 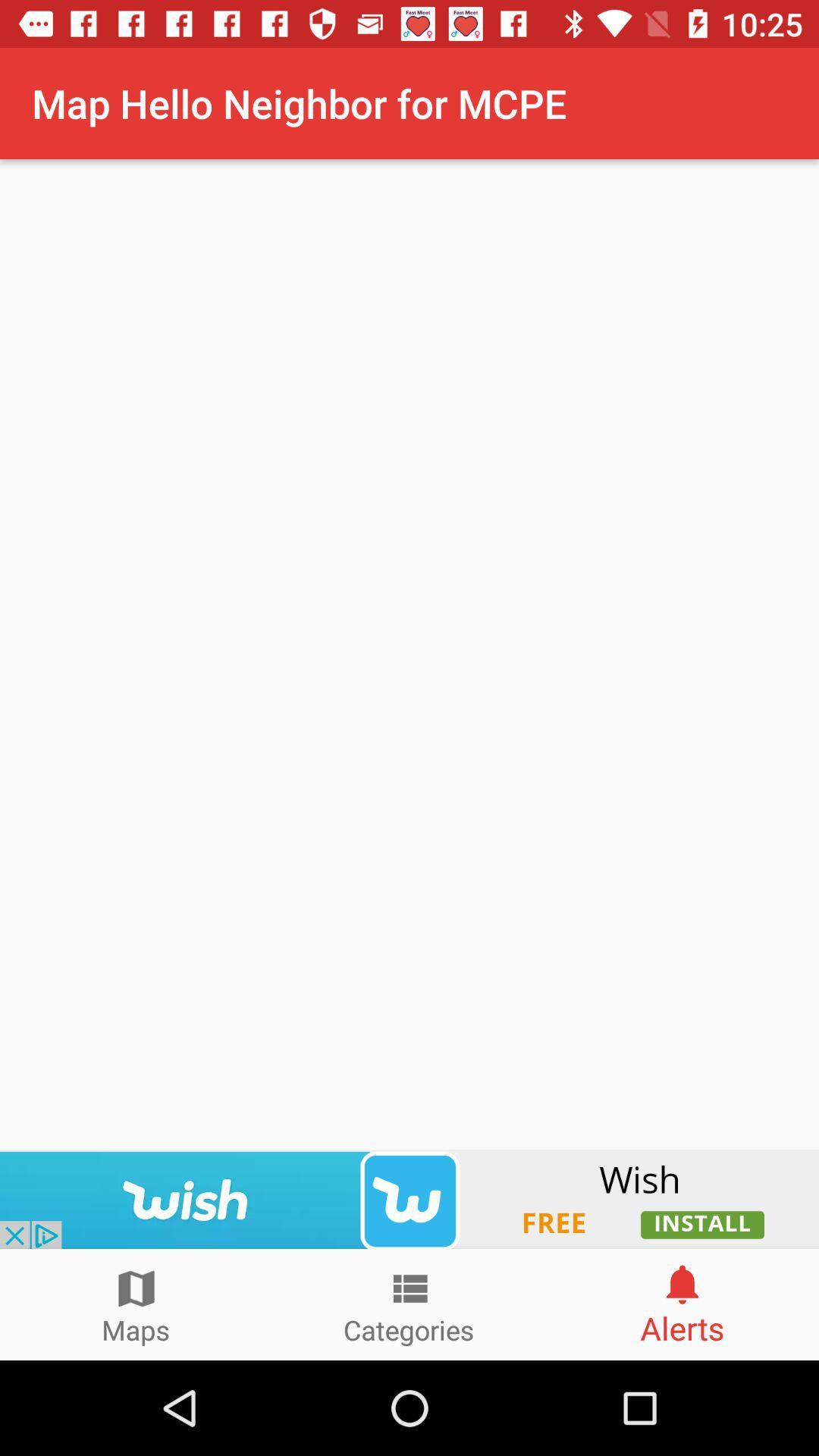 What do you see at coordinates (409, 1198) in the screenshot?
I see `advertisement` at bounding box center [409, 1198].